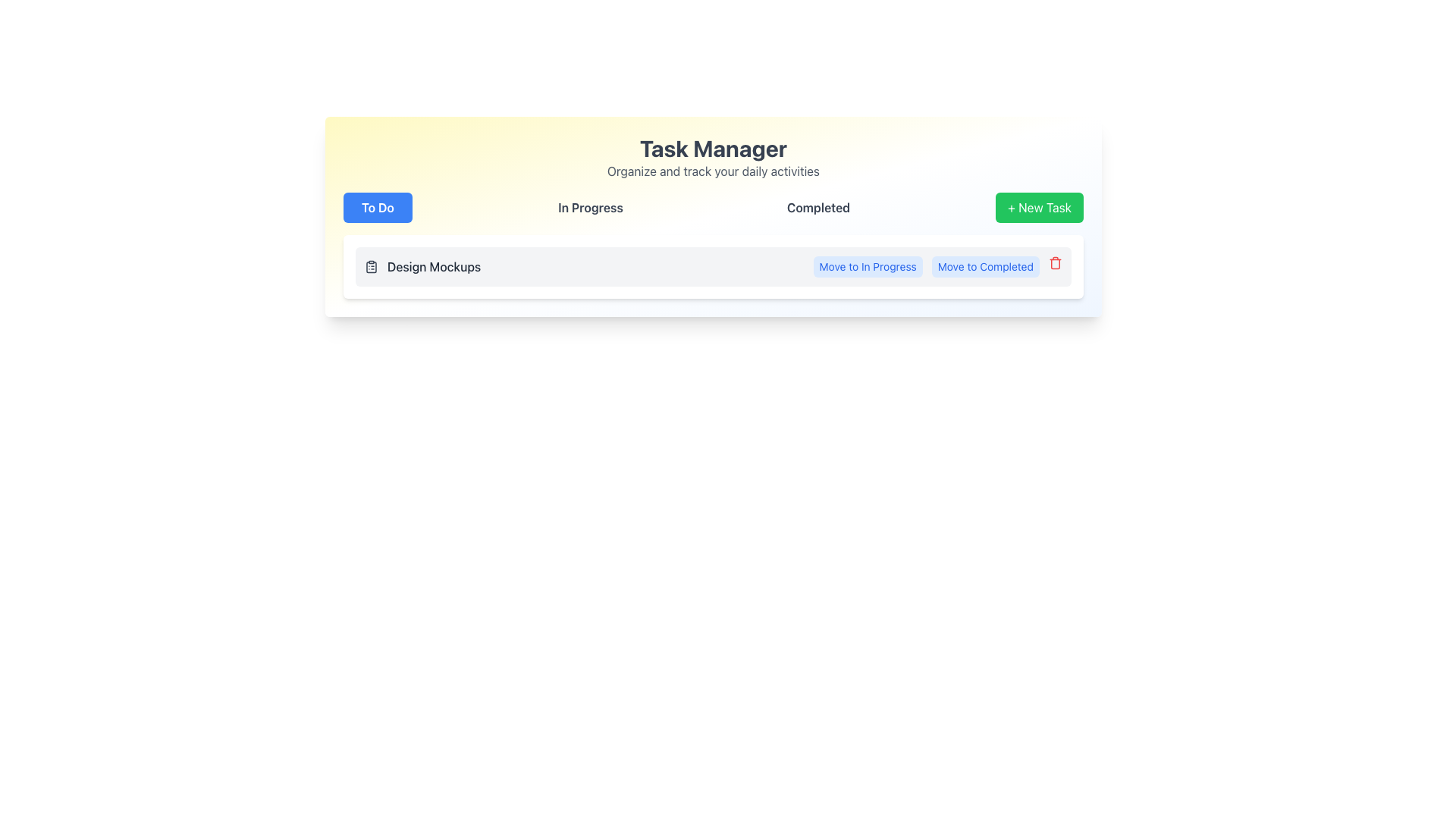  What do you see at coordinates (712, 149) in the screenshot?
I see `main title heading of the task management tool, positioned centrally above the text 'Organize and track your daily activities'` at bounding box center [712, 149].